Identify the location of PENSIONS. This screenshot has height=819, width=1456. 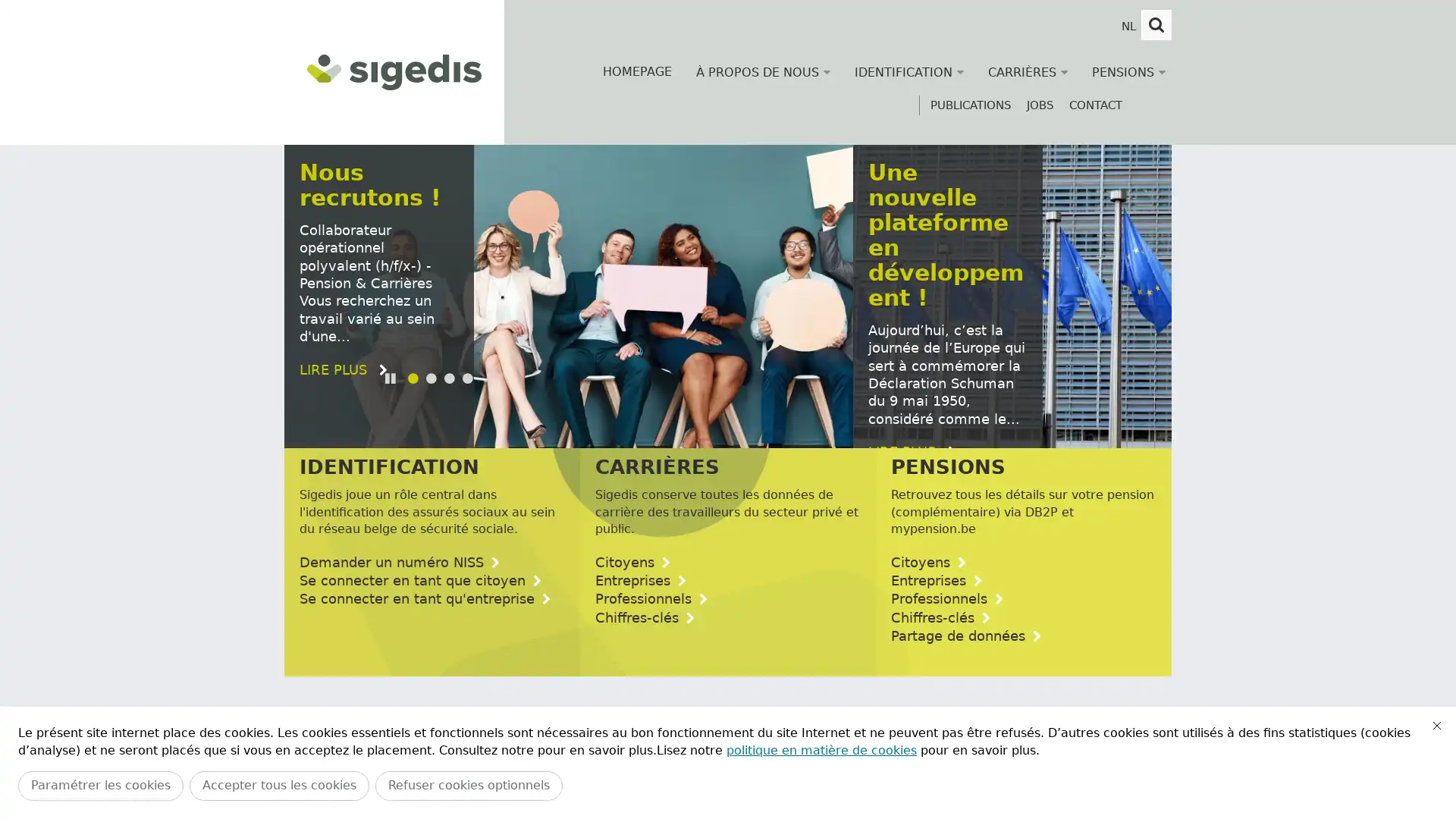
(1128, 72).